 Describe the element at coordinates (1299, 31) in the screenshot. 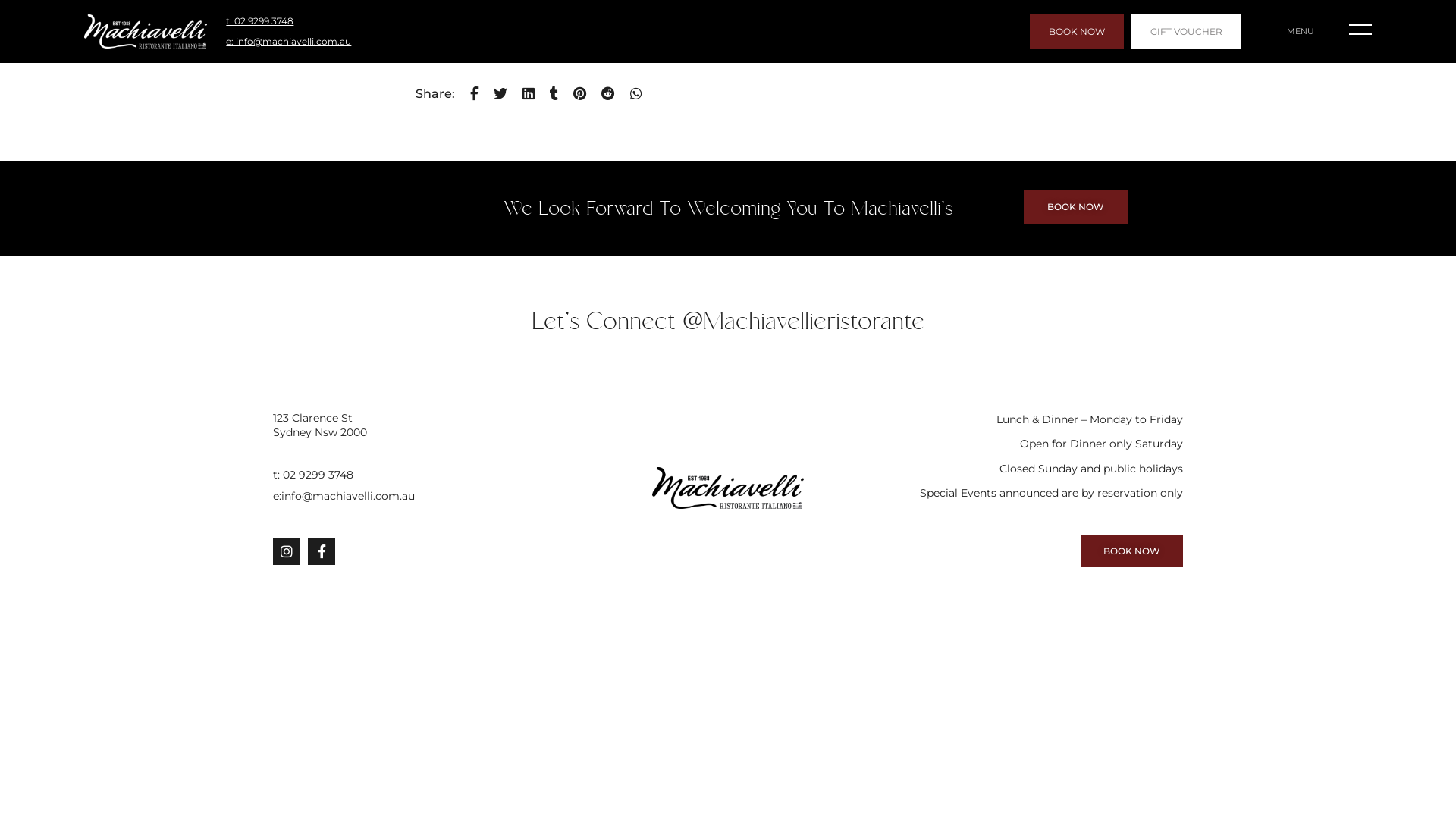

I see `'MENU'` at that location.